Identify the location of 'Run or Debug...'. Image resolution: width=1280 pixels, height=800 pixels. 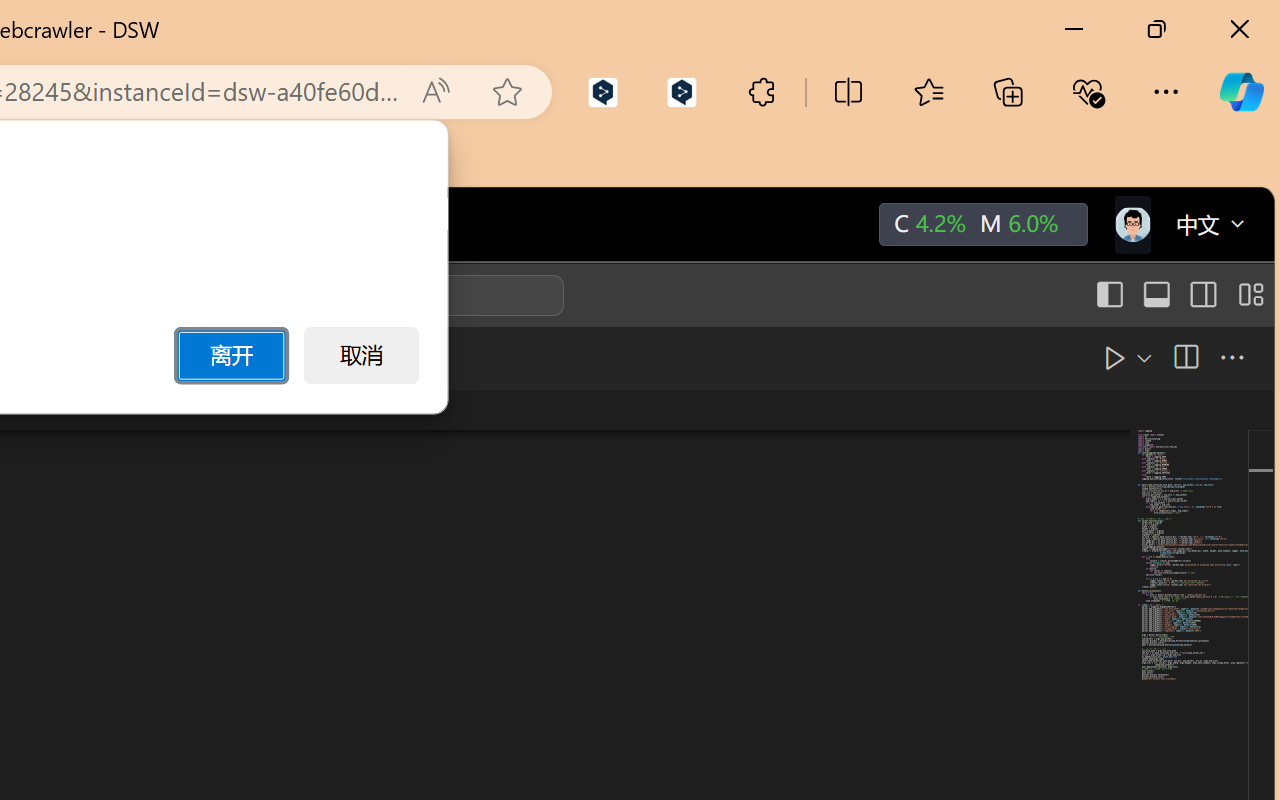
(1095, 357).